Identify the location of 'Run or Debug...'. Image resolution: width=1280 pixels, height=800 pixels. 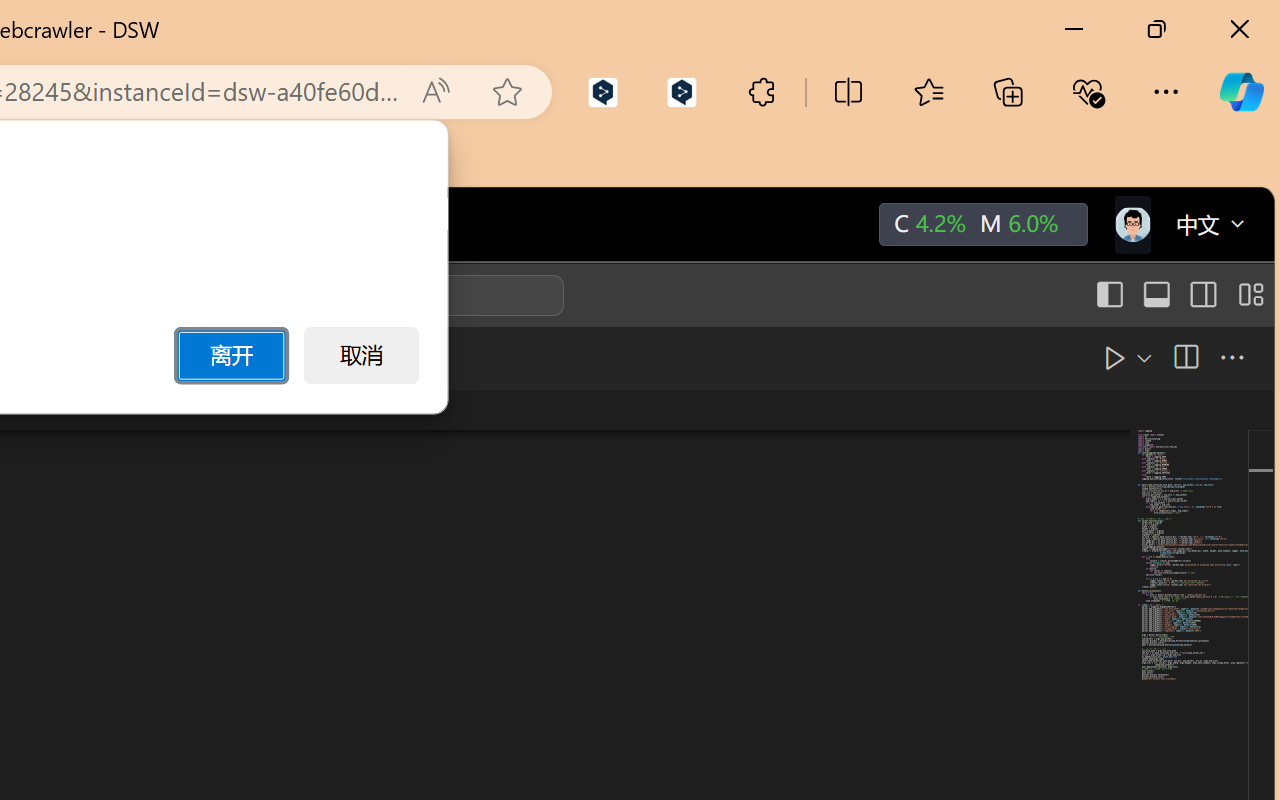
(1095, 357).